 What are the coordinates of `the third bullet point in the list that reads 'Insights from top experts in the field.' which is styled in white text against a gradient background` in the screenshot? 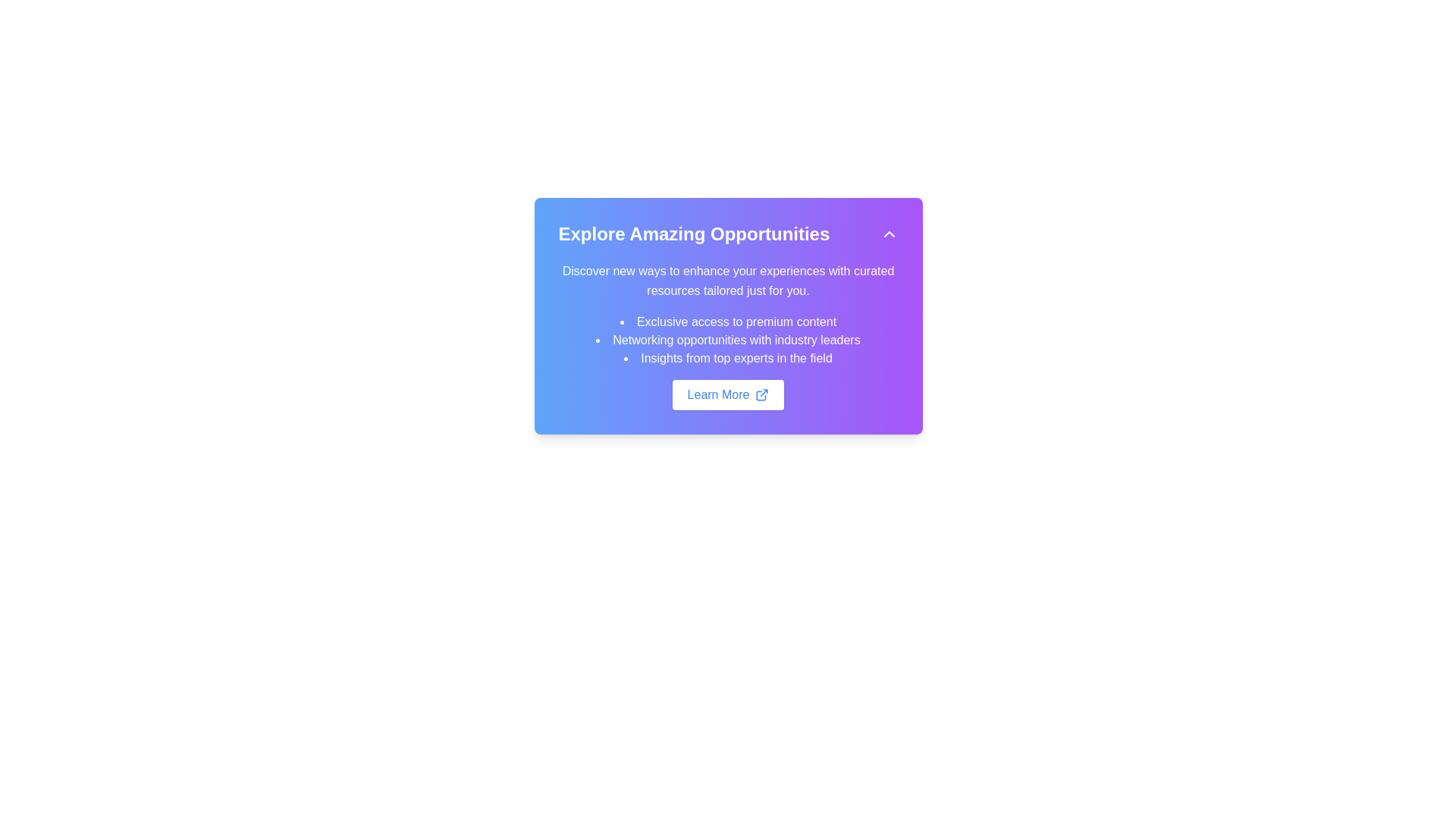 It's located at (728, 359).